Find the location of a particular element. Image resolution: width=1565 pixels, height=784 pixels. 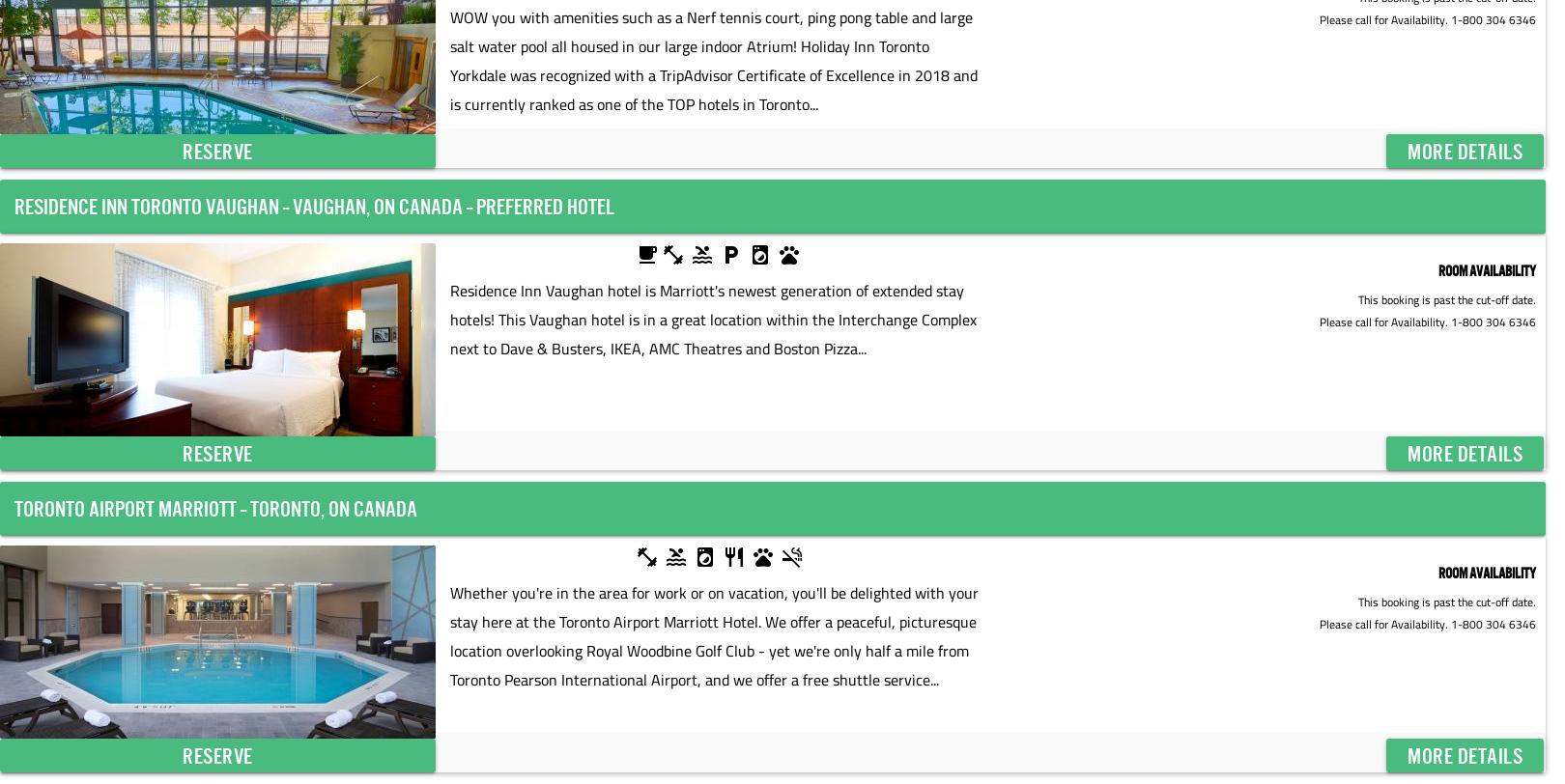

'Toronto Airport Marriott --
        Toronto, ON        Canada' is located at coordinates (214, 508).